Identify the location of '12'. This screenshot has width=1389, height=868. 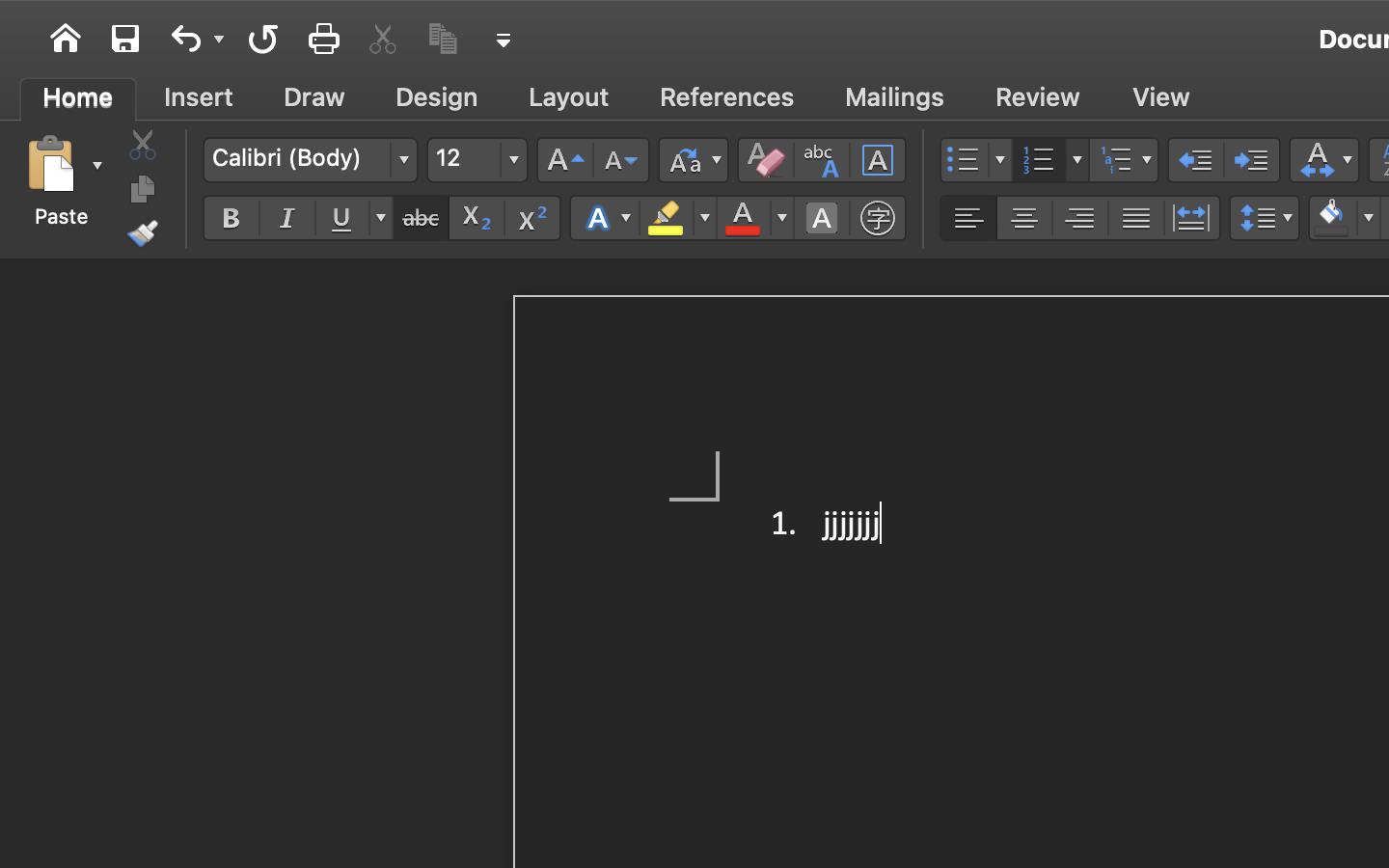
(477, 159).